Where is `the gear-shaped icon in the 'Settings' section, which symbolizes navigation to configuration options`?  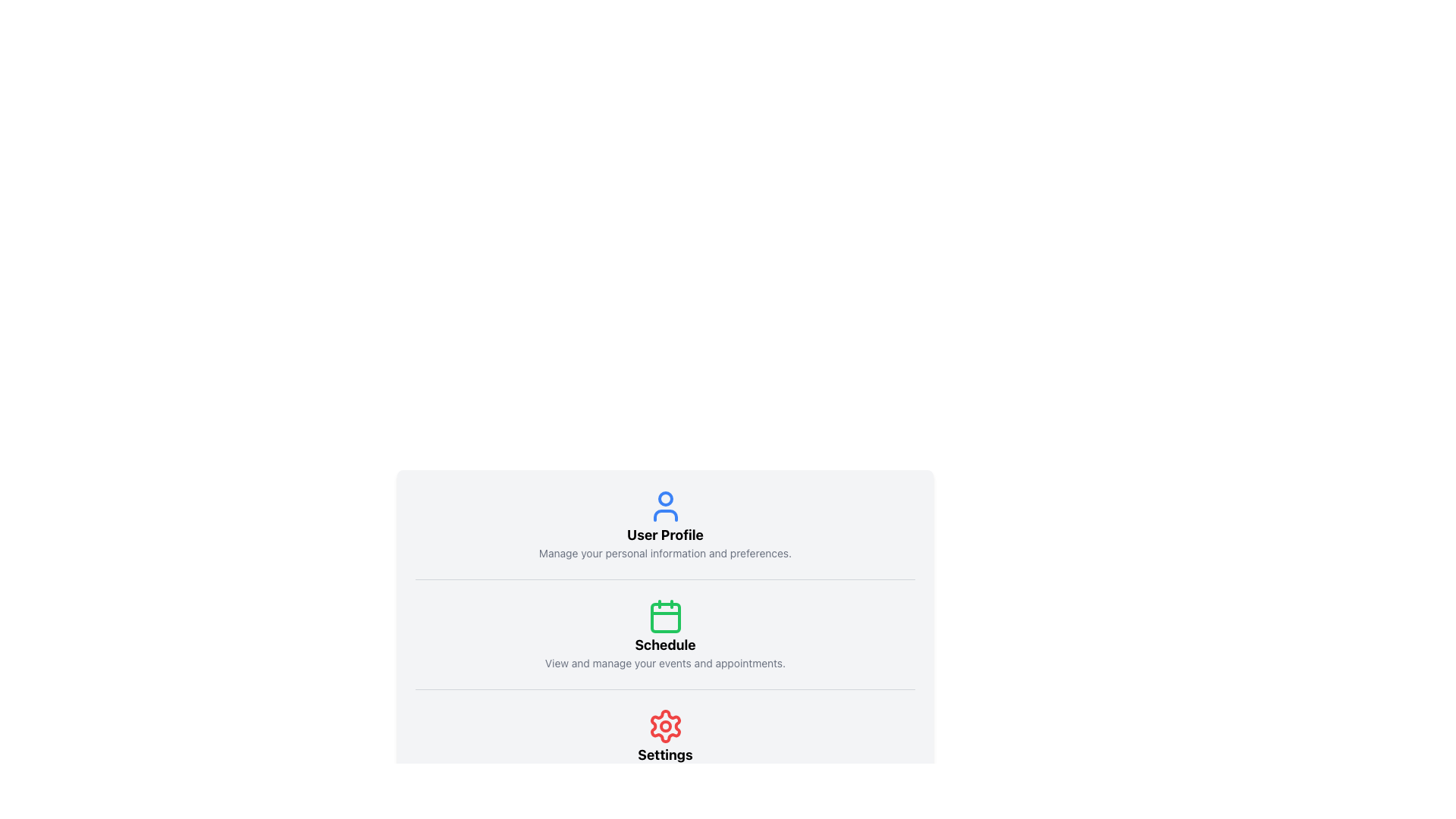
the gear-shaped icon in the 'Settings' section, which symbolizes navigation to configuration options is located at coordinates (665, 725).